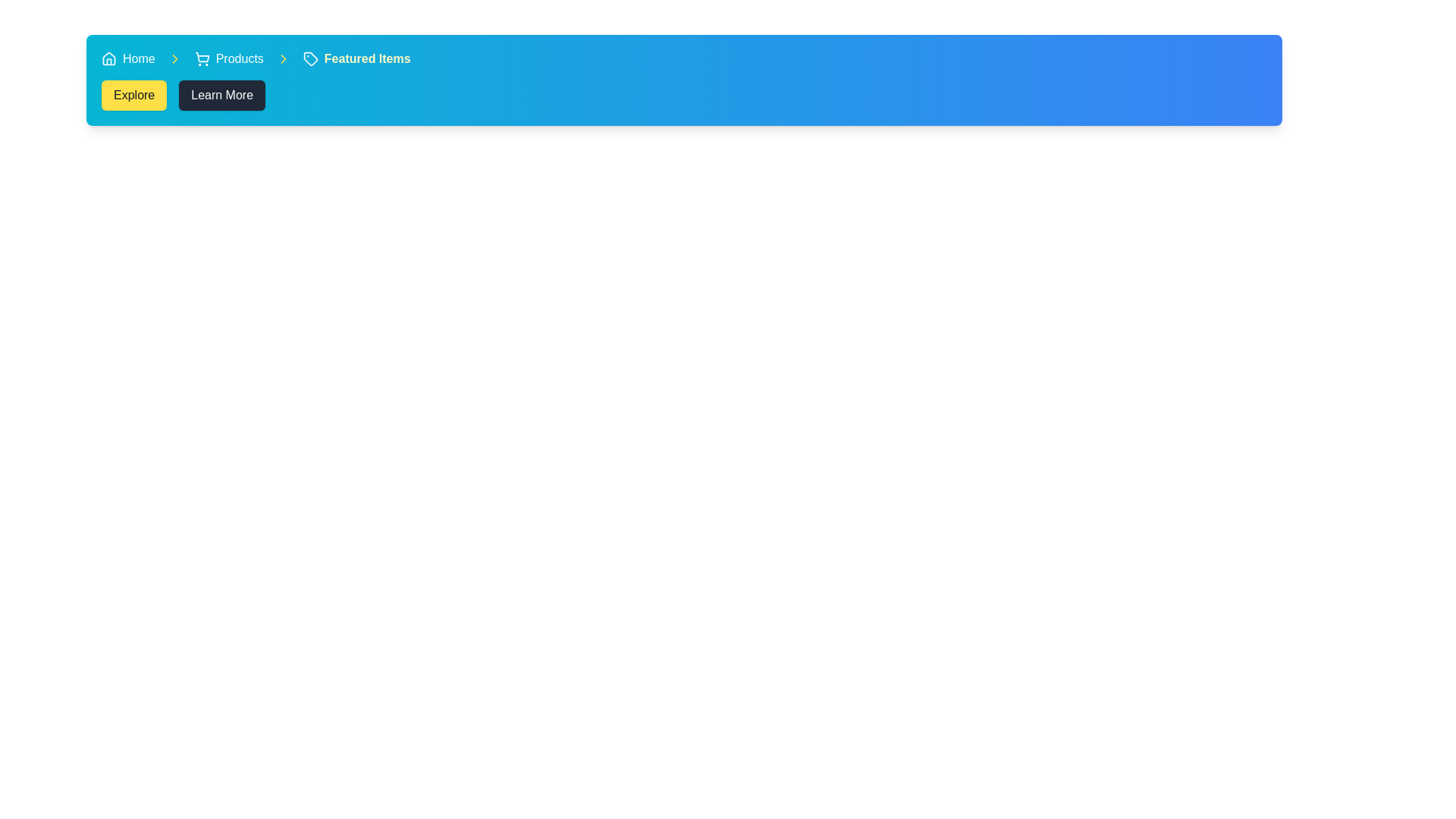 Image resolution: width=1456 pixels, height=819 pixels. Describe the element at coordinates (283, 58) in the screenshot. I see `the navigation arrow element in the breadcrumb navigation bar, which is a triangular arrow shape pointing to the right and positioned between 'Products' and 'Featured Items'` at that location.